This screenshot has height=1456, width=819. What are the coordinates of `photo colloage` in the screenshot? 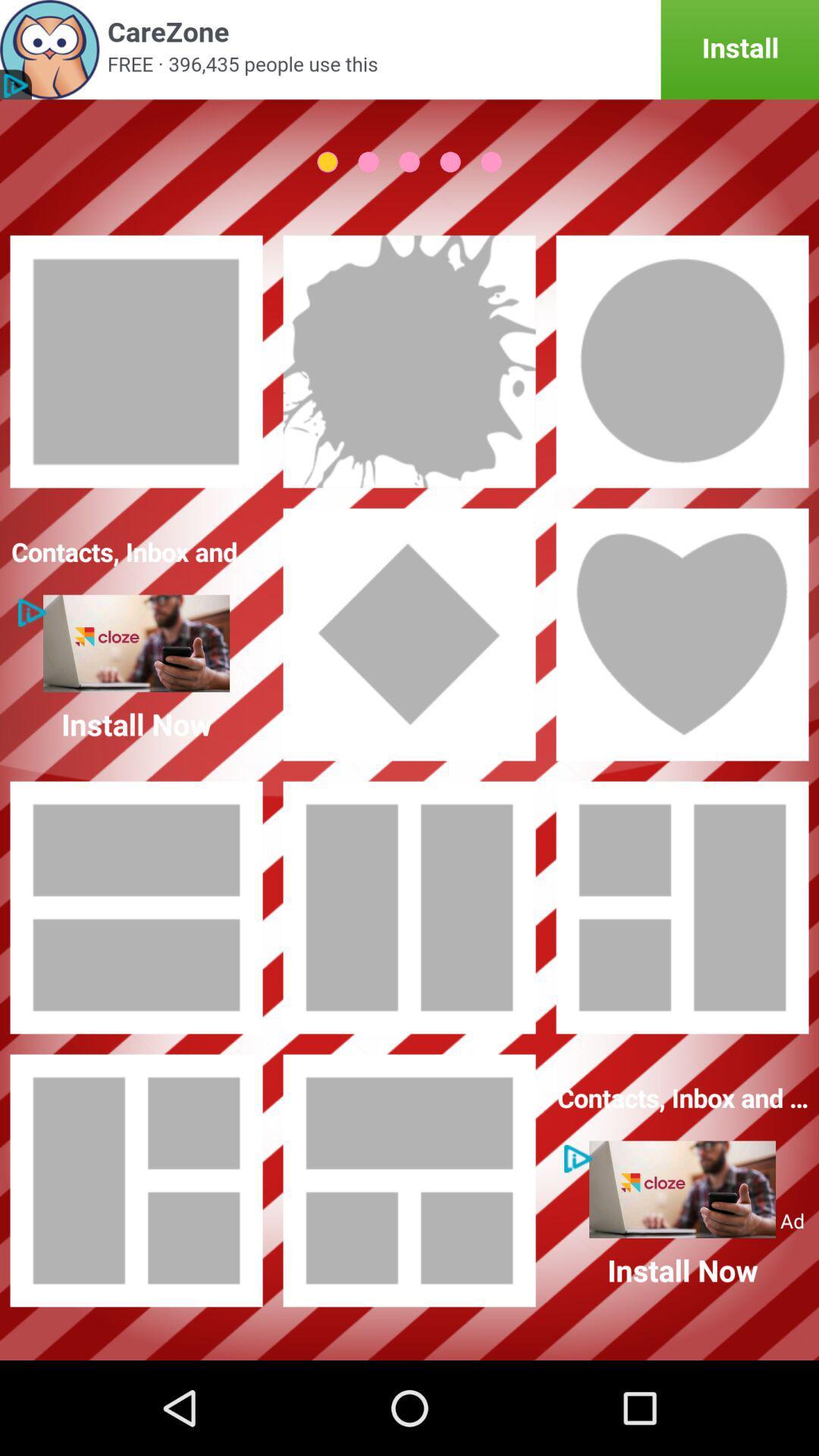 It's located at (136, 1179).